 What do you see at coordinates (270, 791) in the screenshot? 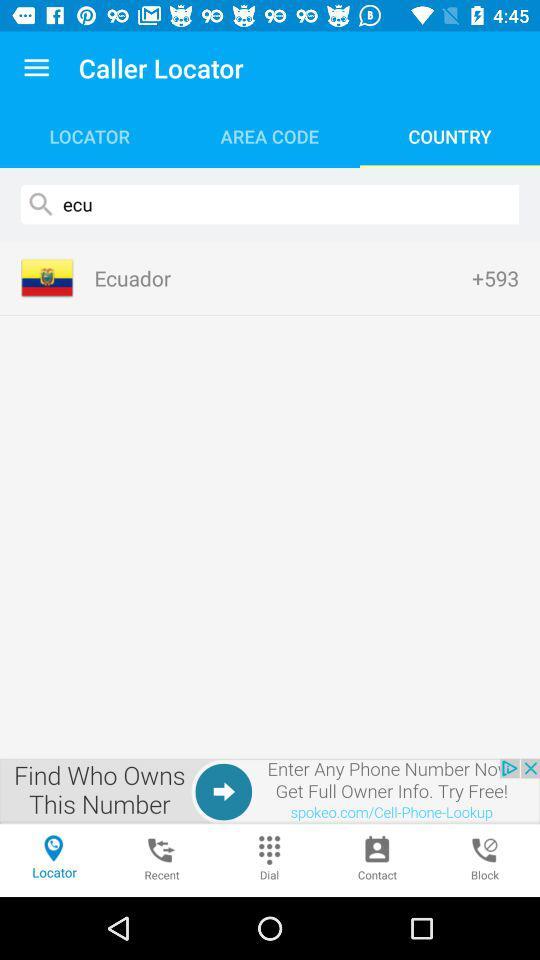
I see `click advertisement` at bounding box center [270, 791].